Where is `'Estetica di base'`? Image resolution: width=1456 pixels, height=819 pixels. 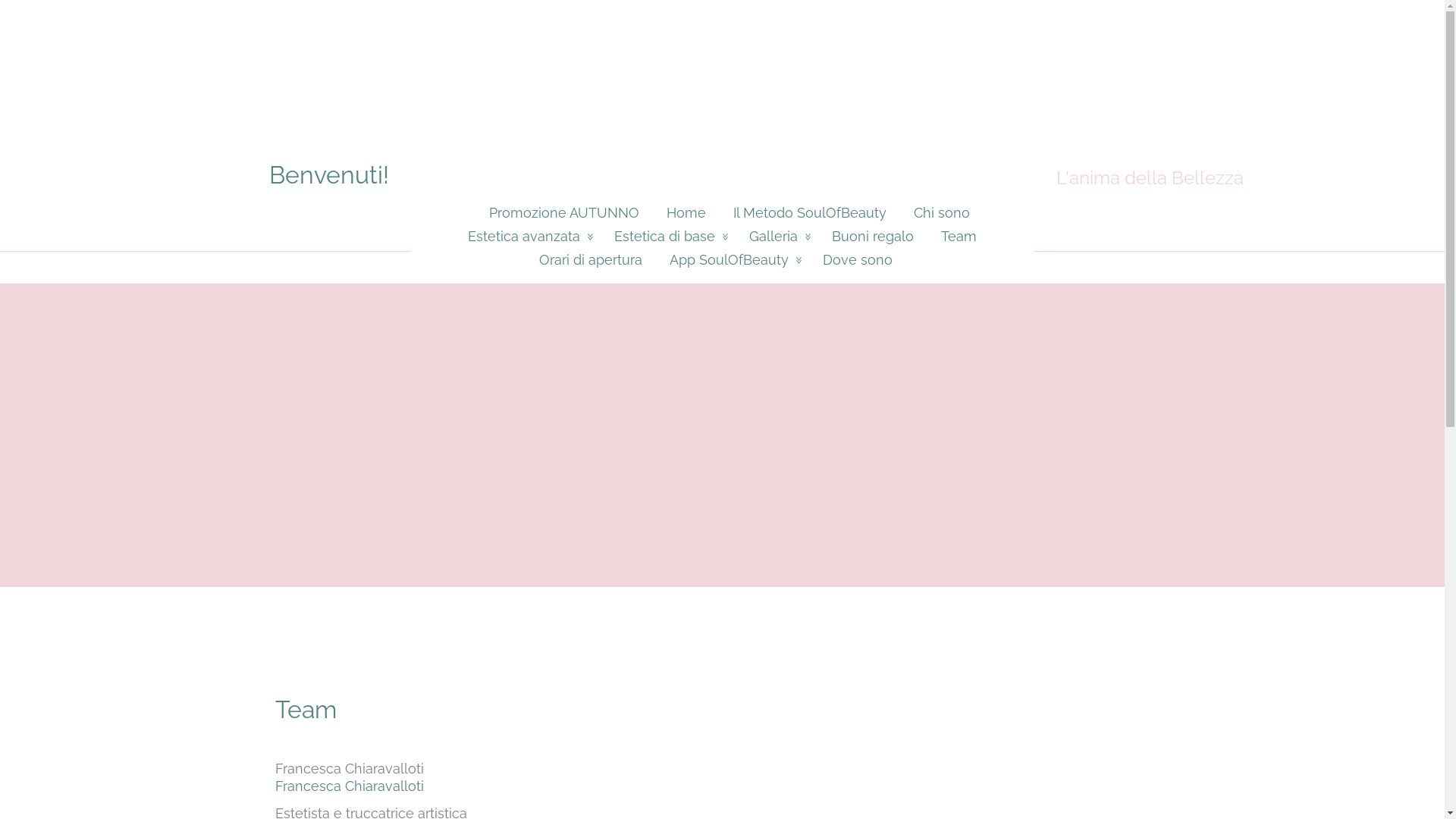
'Estetica di base' is located at coordinates (667, 236).